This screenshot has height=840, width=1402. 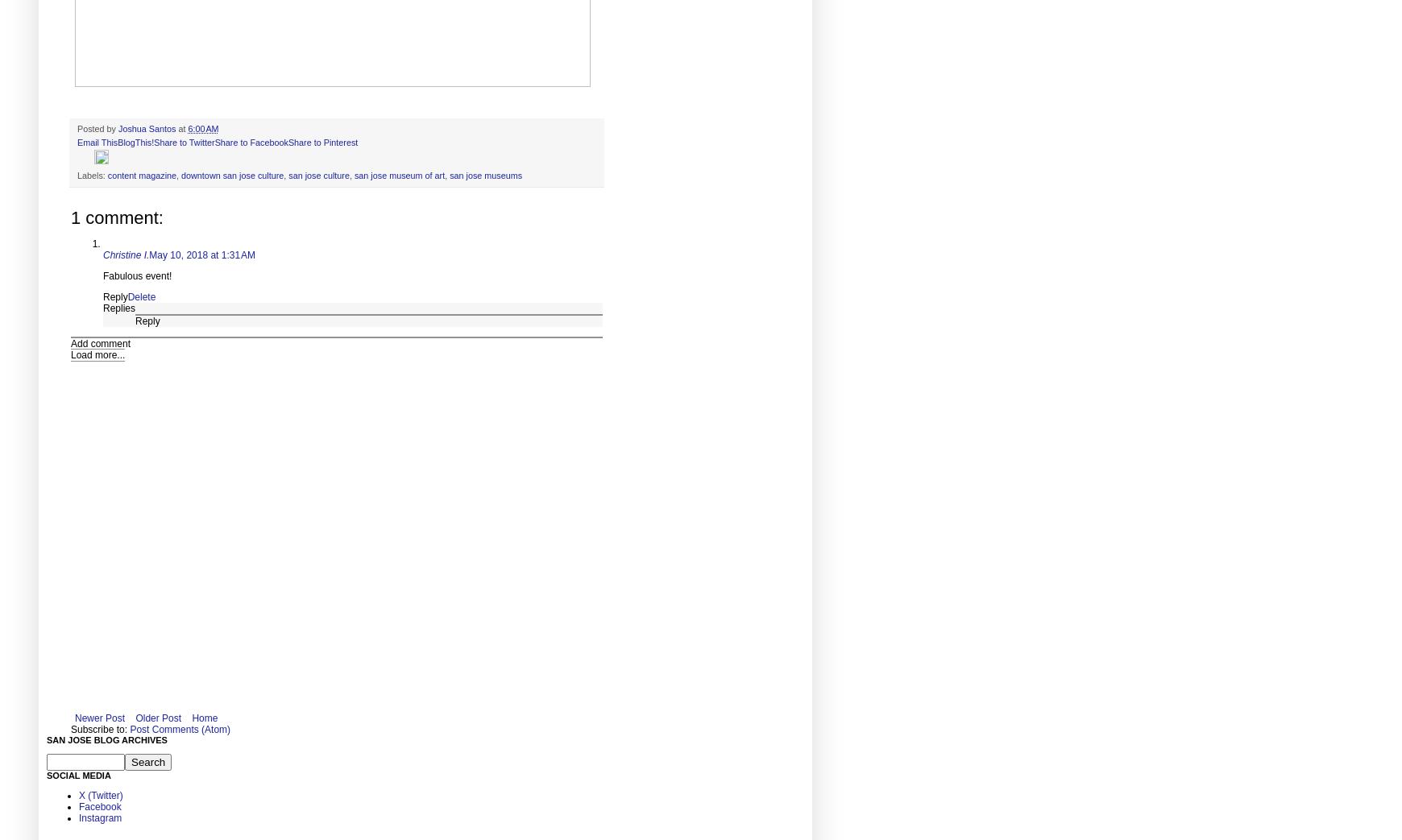 I want to click on 'Older Post', so click(x=157, y=718).